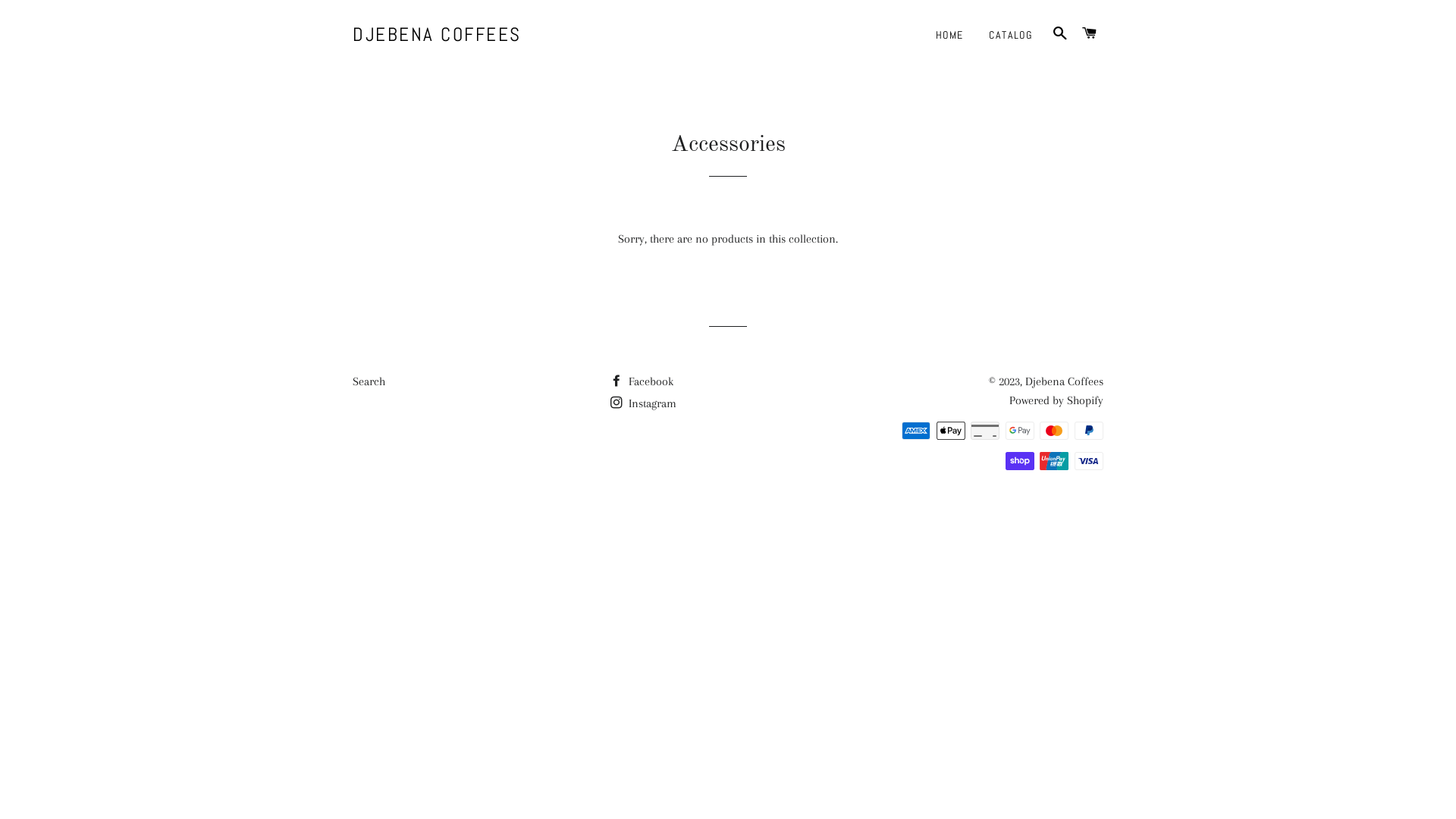 Image resolution: width=1456 pixels, height=819 pixels. Describe the element at coordinates (1076, 34) in the screenshot. I see `'CART'` at that location.